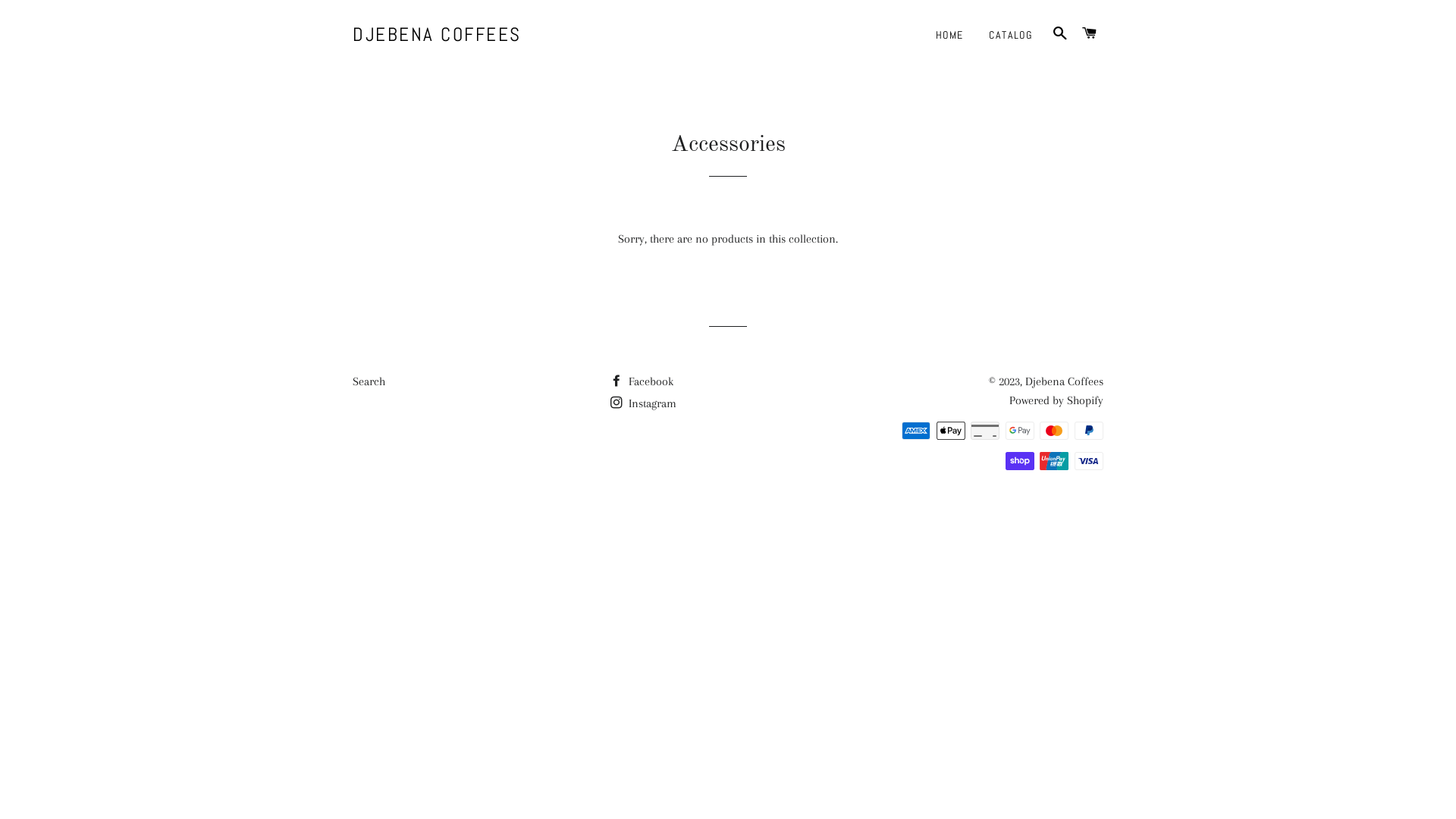 Image resolution: width=1456 pixels, height=819 pixels. Describe the element at coordinates (1076, 34) in the screenshot. I see `'CART'` at that location.